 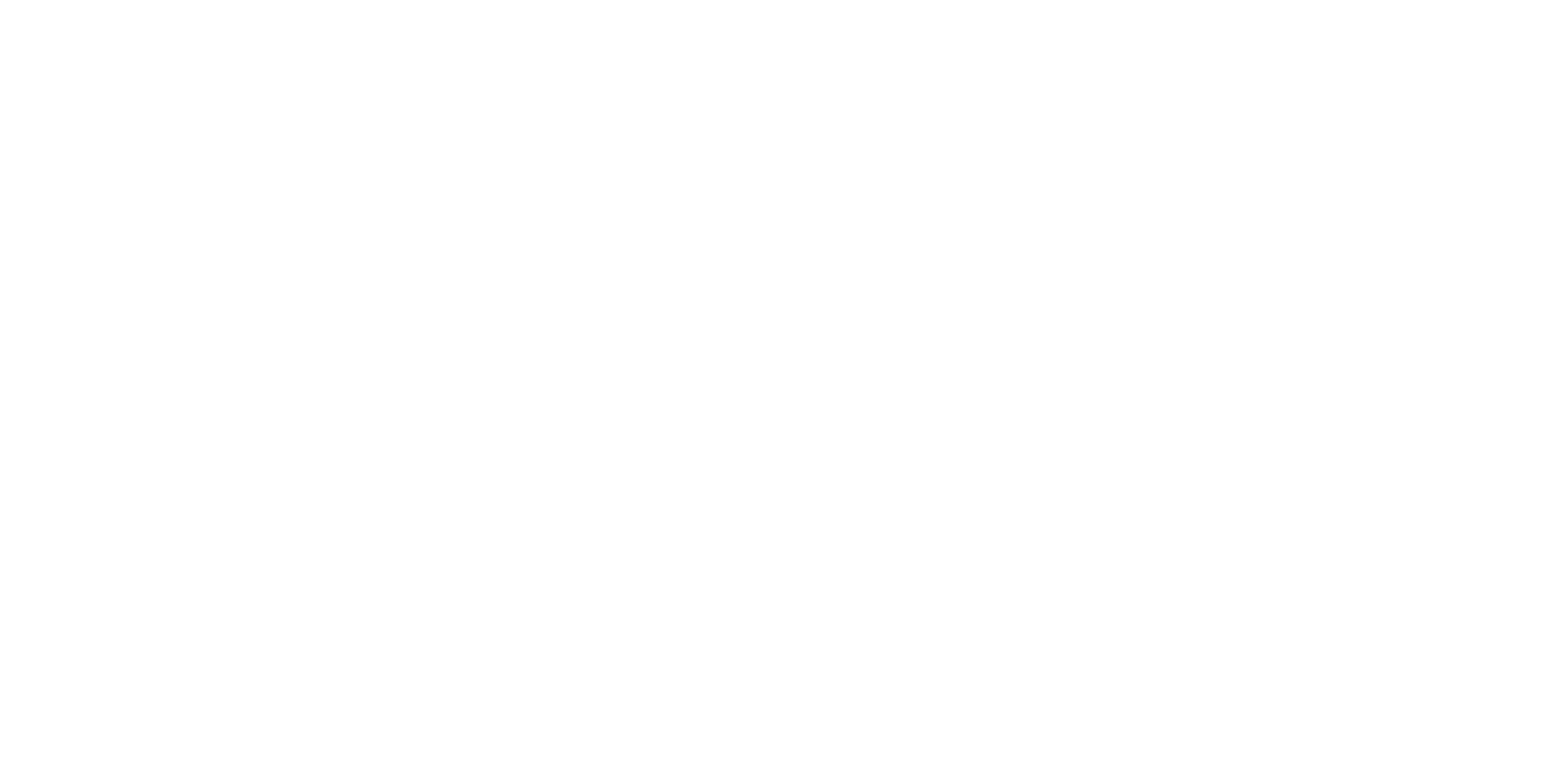 I want to click on 'Introduction to Web Forms ASP Help', so click(x=404, y=243).